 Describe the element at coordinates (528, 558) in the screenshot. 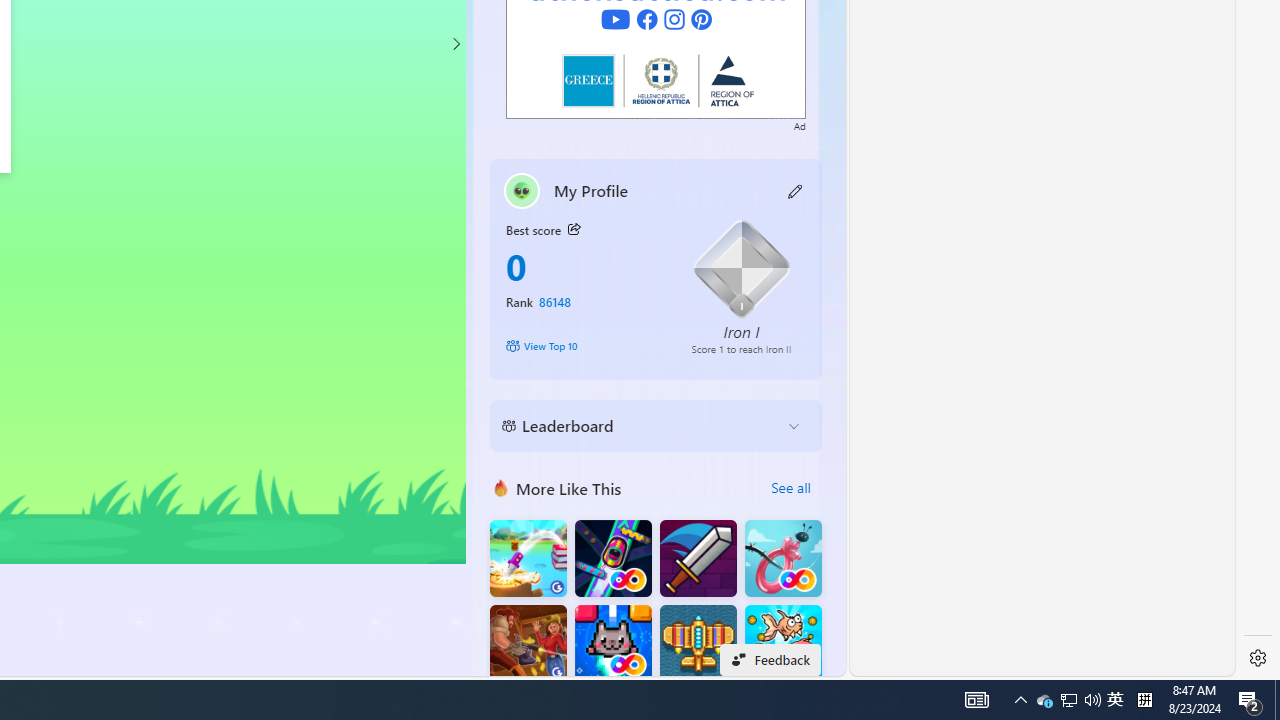

I see `'Knife Flip'` at that location.